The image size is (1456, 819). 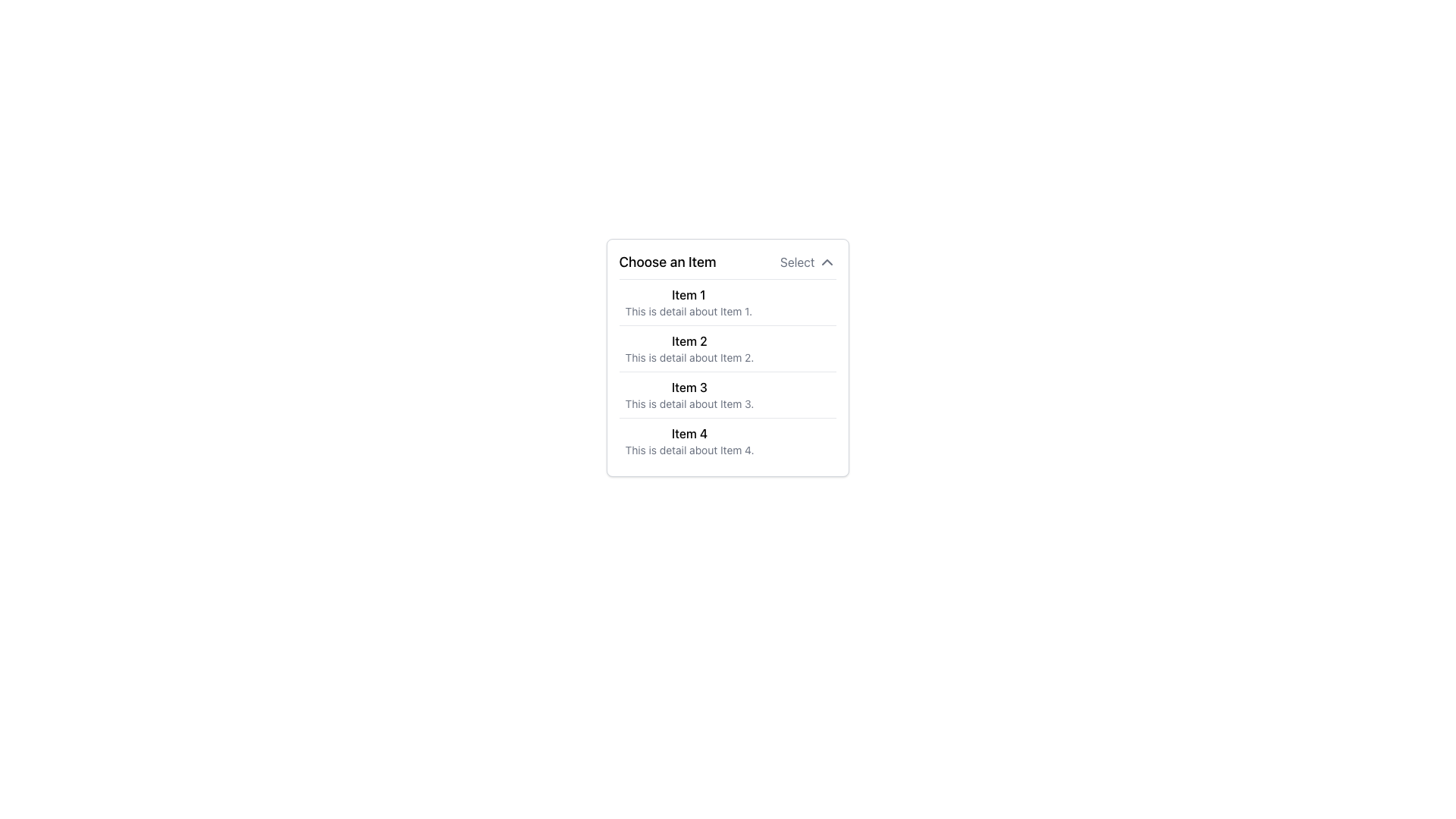 What do you see at coordinates (688, 302) in the screenshot?
I see `the first list item titled 'Item 1' in the dropdown menu under 'Choose an Item'` at bounding box center [688, 302].